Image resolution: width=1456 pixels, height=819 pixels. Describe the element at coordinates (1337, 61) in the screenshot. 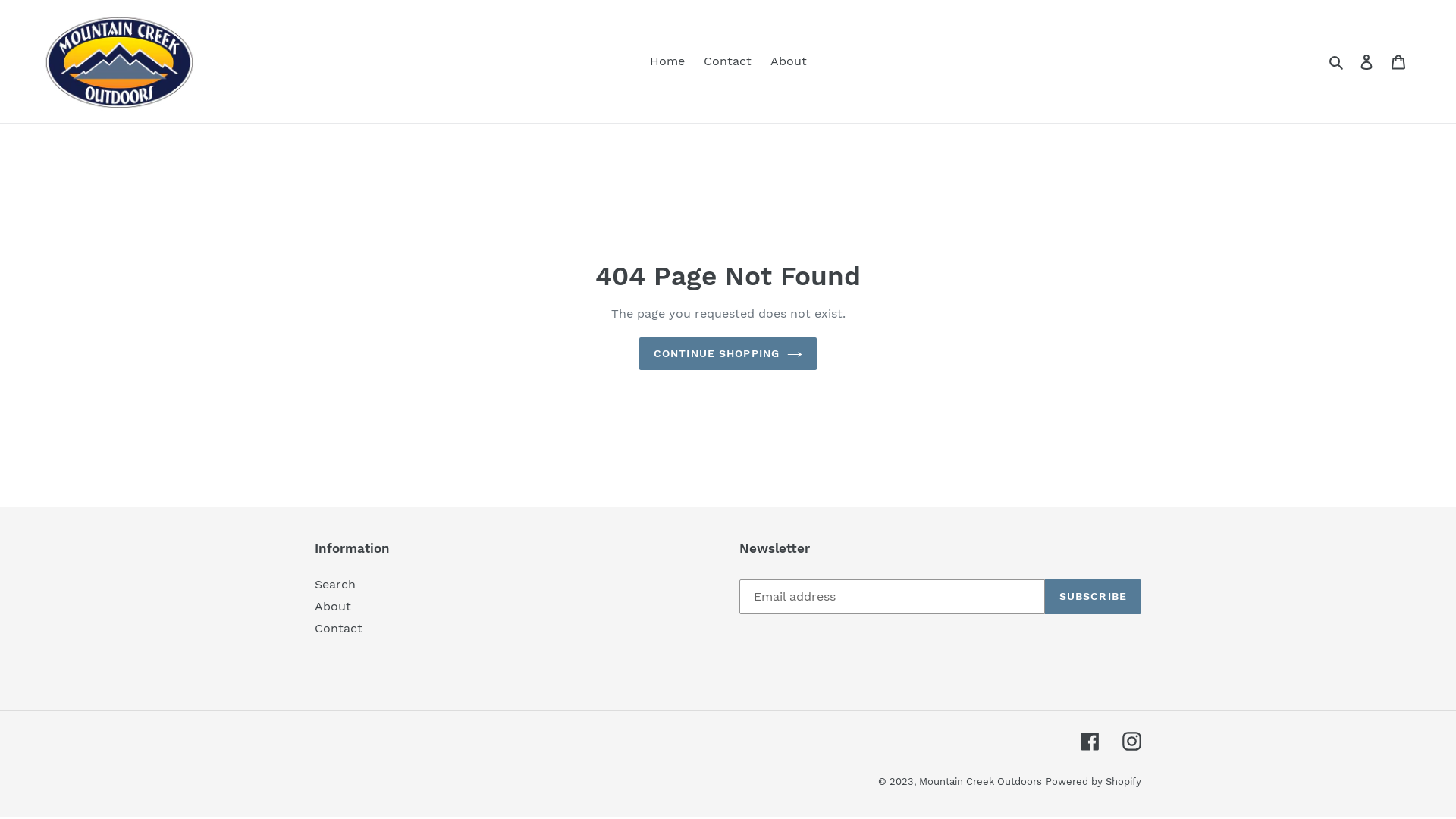

I see `'Search'` at that location.